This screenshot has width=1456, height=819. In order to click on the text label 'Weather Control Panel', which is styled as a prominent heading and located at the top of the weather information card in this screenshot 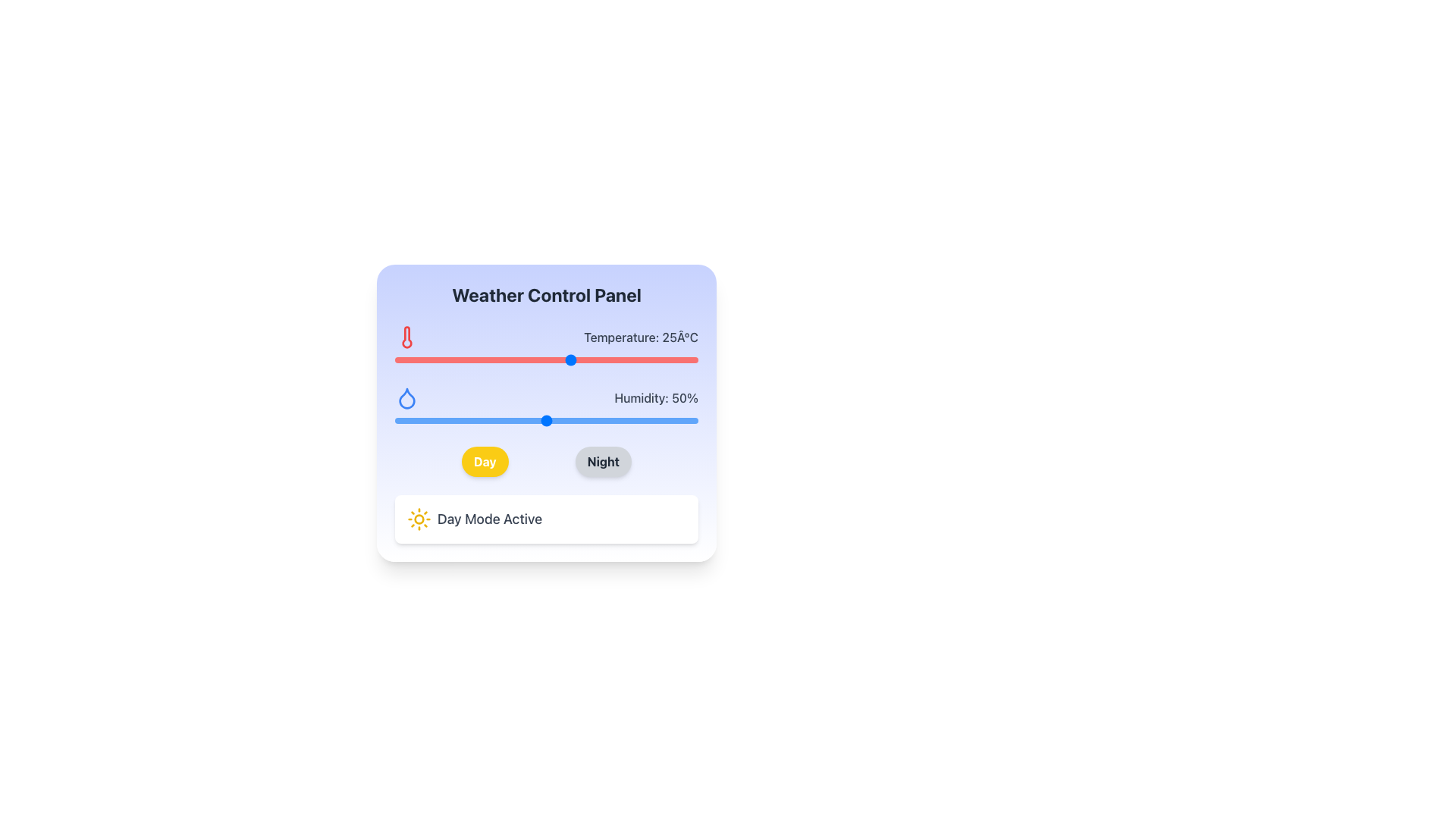, I will do `click(546, 295)`.